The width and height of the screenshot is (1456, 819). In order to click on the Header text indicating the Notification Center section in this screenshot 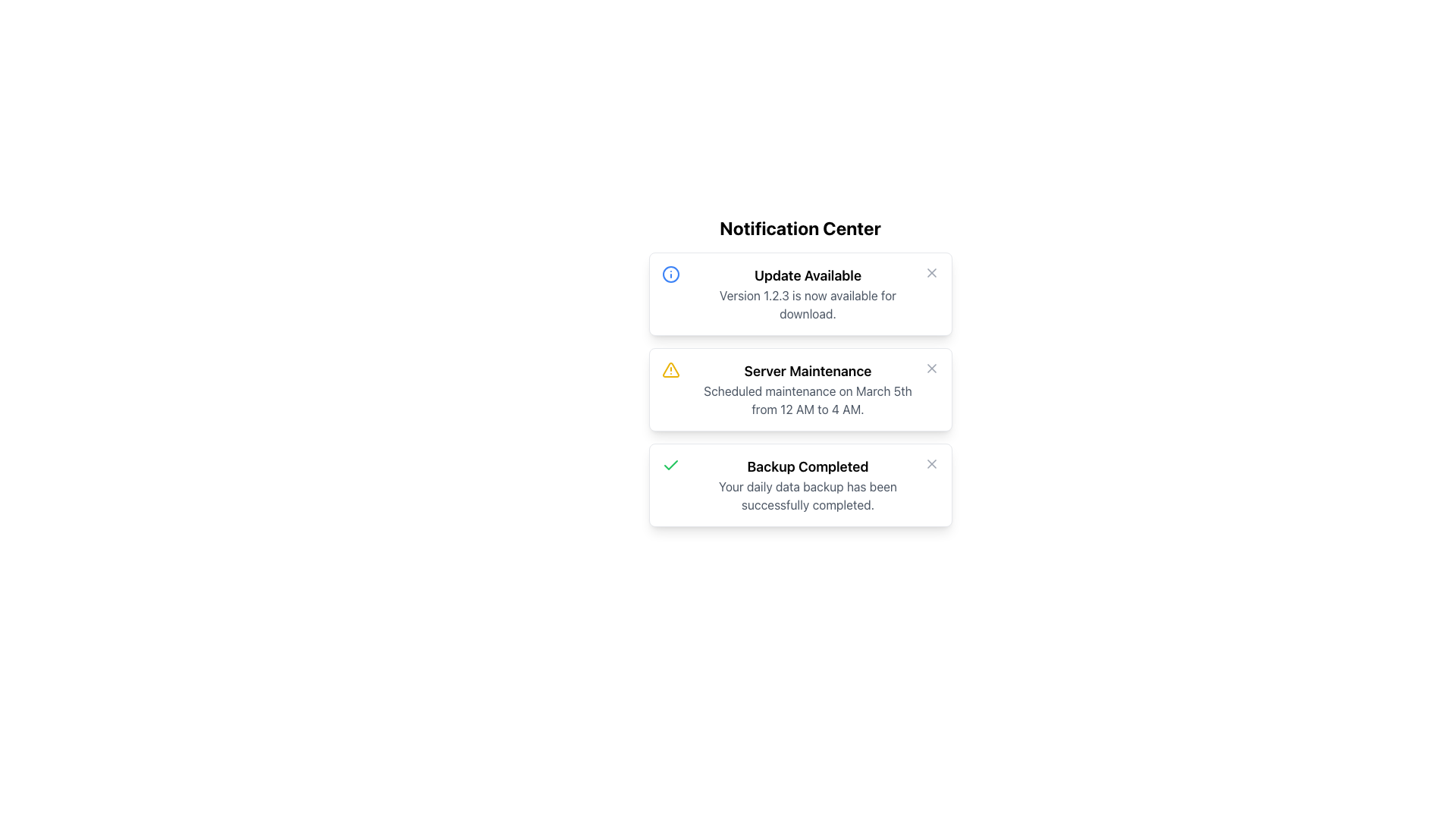, I will do `click(799, 227)`.